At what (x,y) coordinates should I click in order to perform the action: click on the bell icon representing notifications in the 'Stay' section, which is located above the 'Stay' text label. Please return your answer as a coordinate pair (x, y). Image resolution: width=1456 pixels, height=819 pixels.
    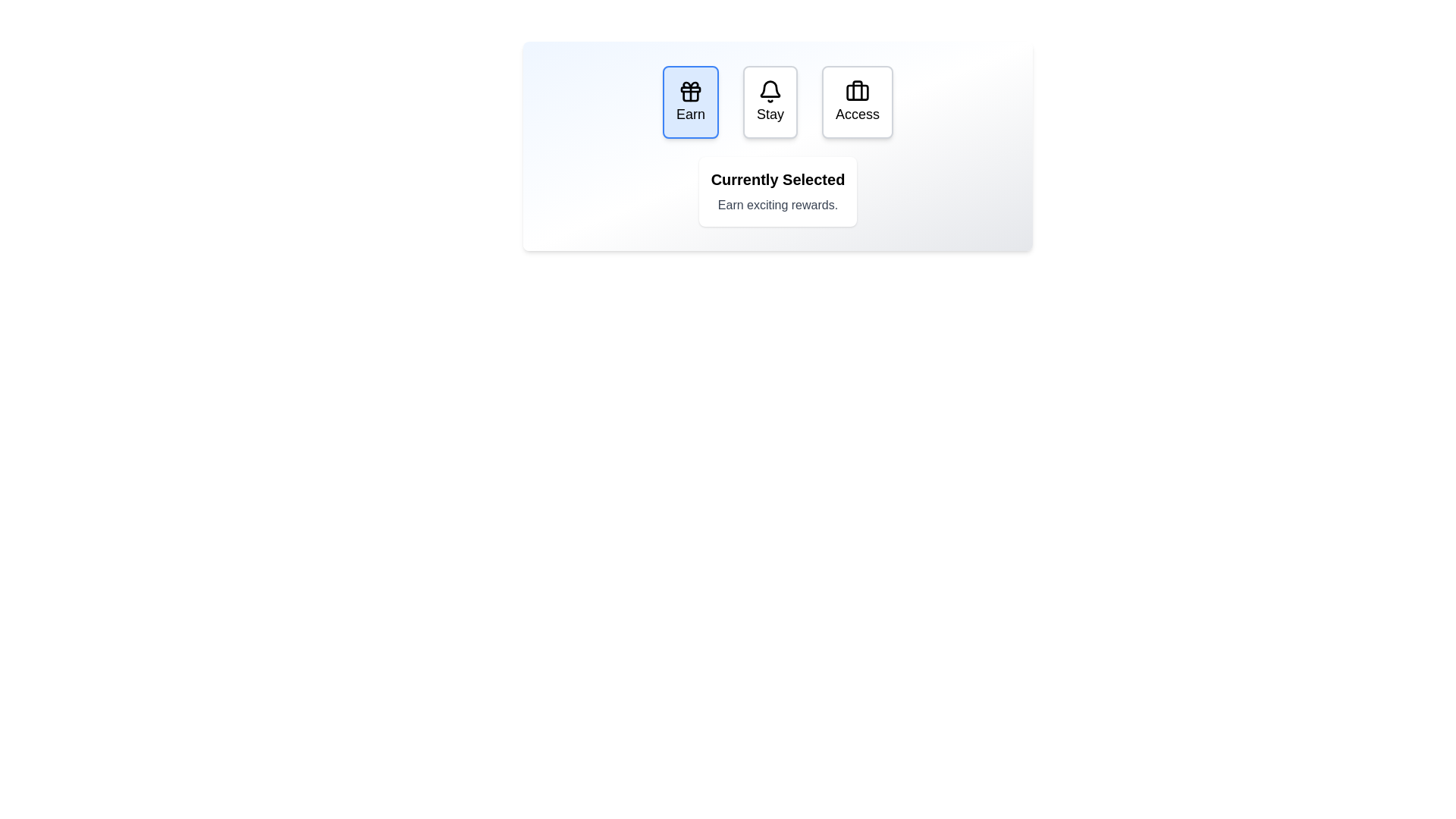
    Looking at the image, I should click on (770, 91).